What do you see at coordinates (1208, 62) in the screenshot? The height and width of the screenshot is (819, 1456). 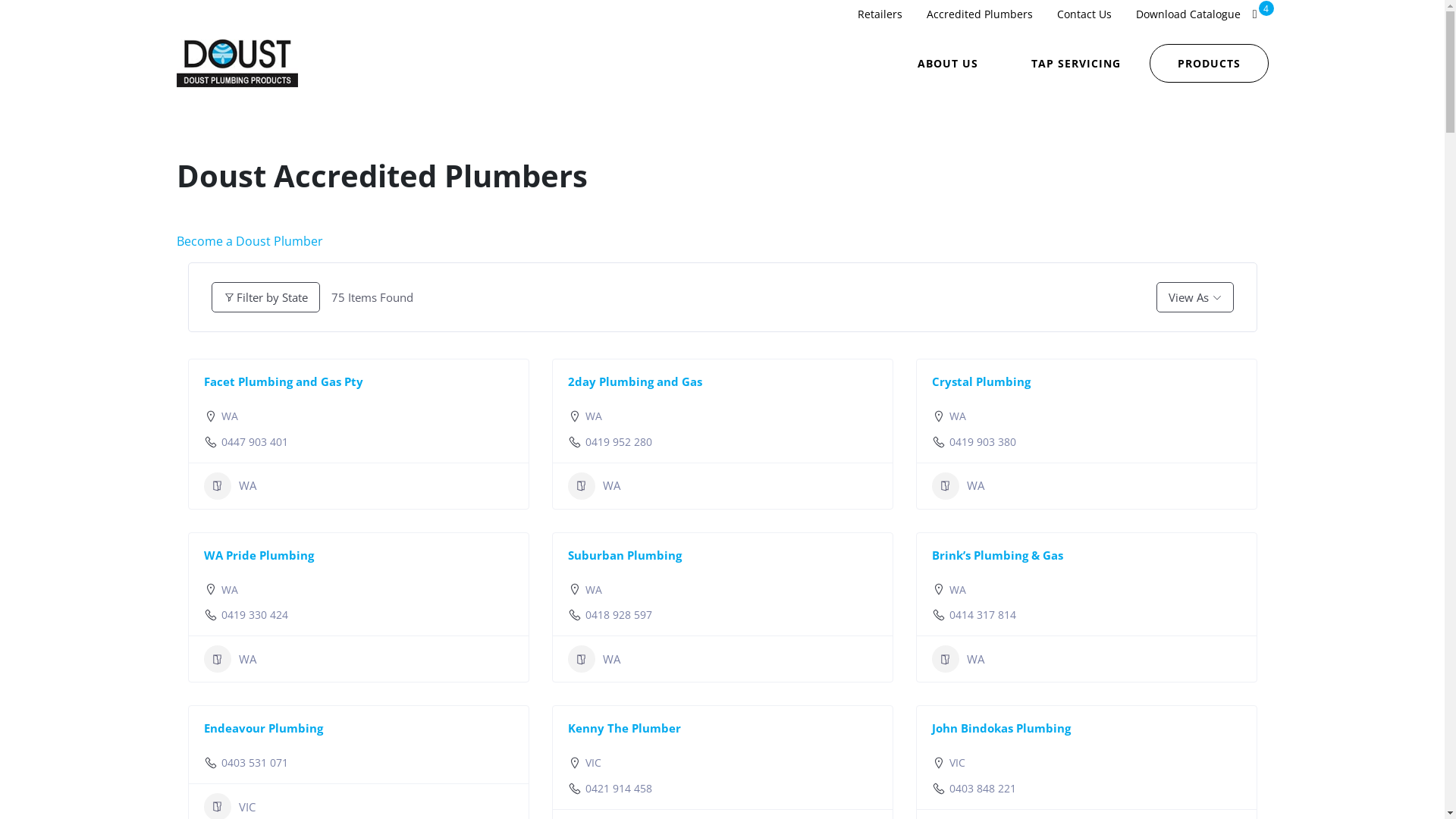 I see `'PRODUCTS'` at bounding box center [1208, 62].